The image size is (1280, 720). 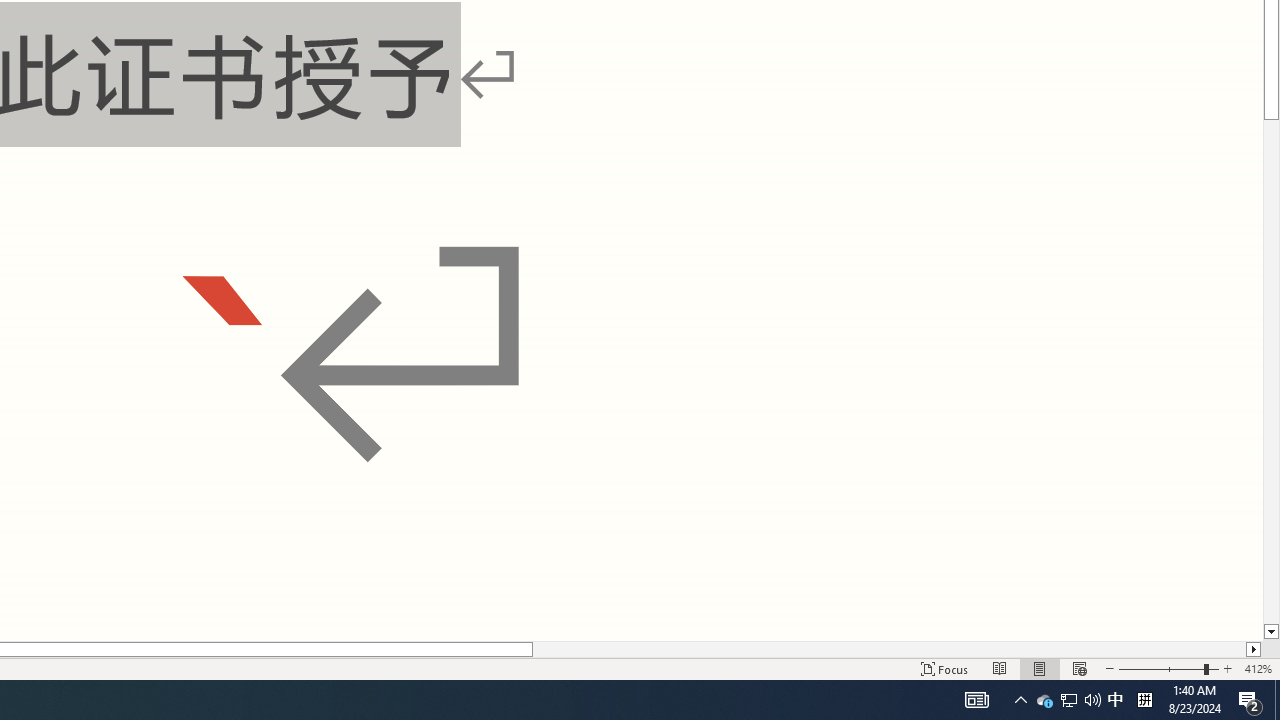 I want to click on 'Page down', so click(x=1270, y=372).